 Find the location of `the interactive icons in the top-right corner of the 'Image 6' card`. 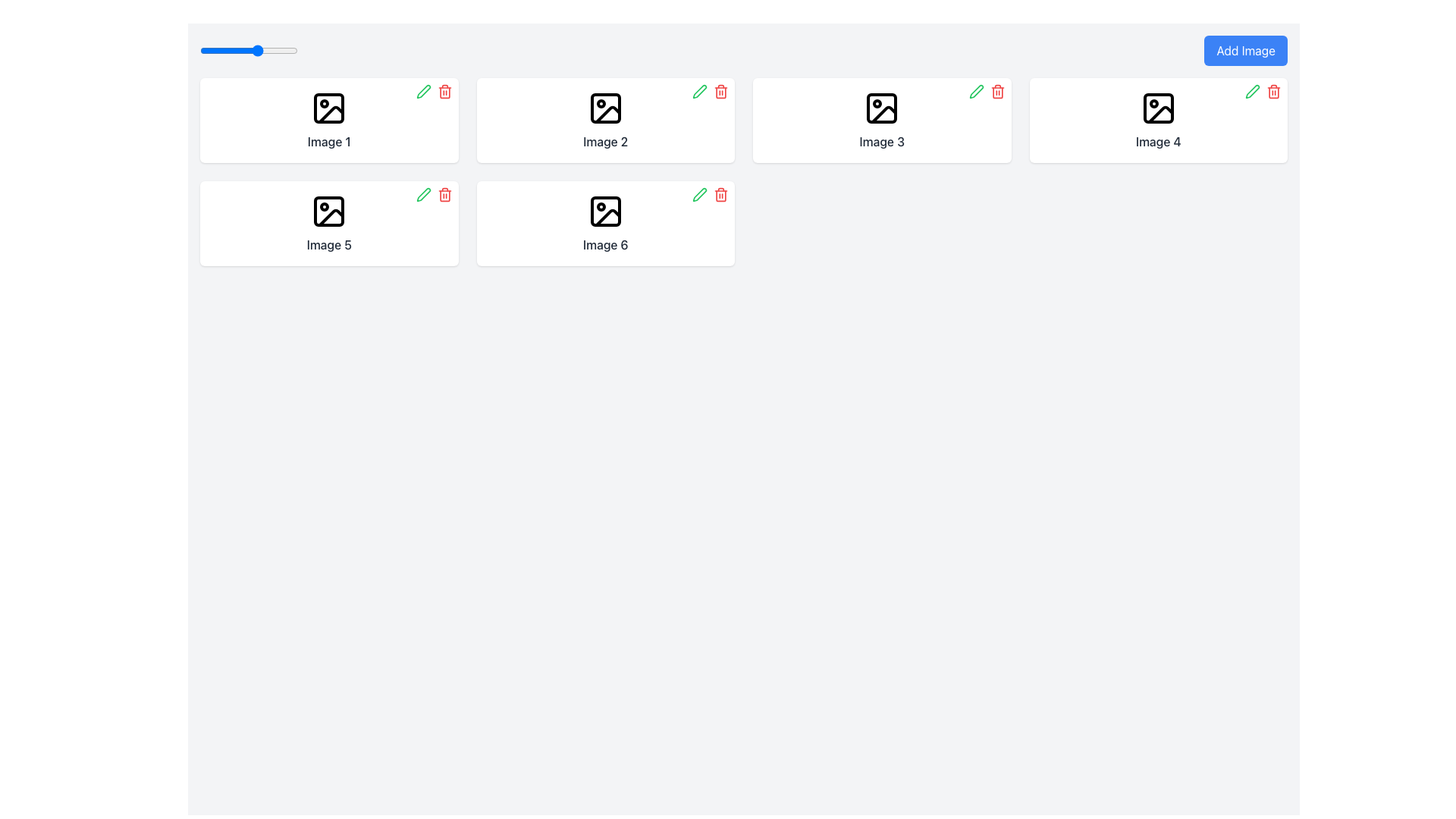

the interactive icons in the top-right corner of the 'Image 6' card is located at coordinates (709, 194).